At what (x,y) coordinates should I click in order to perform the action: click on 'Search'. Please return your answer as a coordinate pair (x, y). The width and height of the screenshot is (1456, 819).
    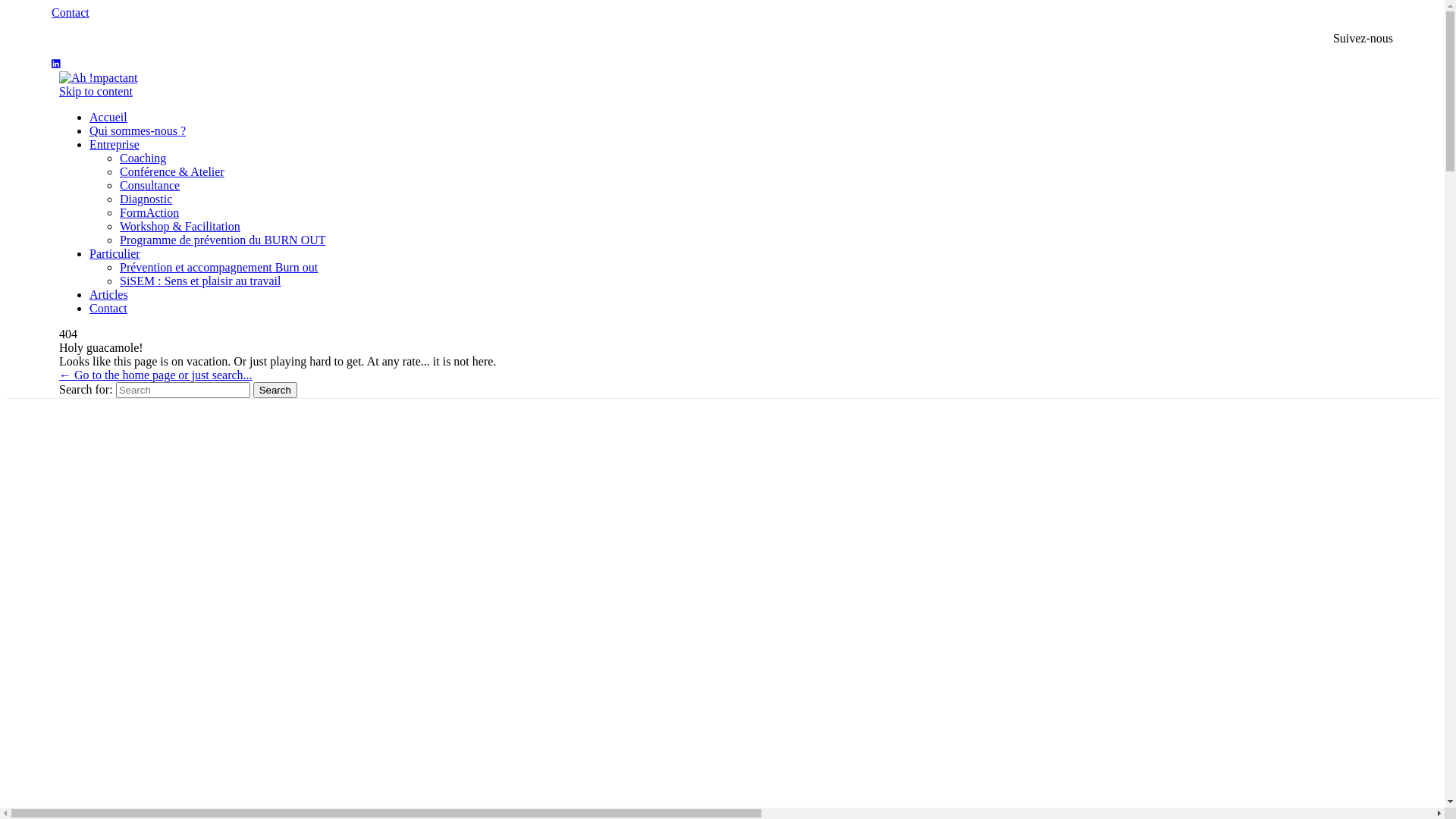
    Looking at the image, I should click on (253, 389).